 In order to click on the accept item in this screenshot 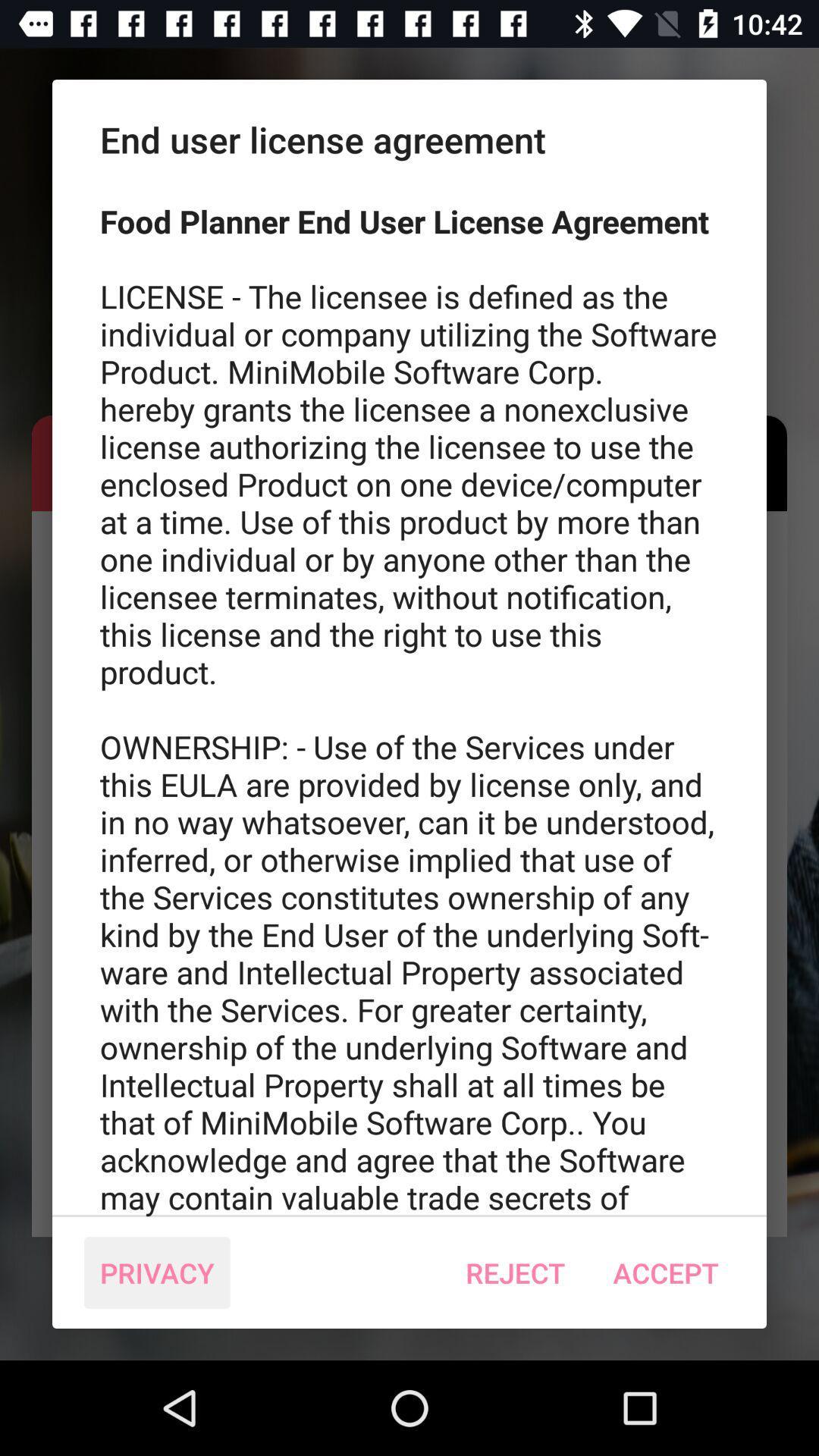, I will do `click(665, 1272)`.